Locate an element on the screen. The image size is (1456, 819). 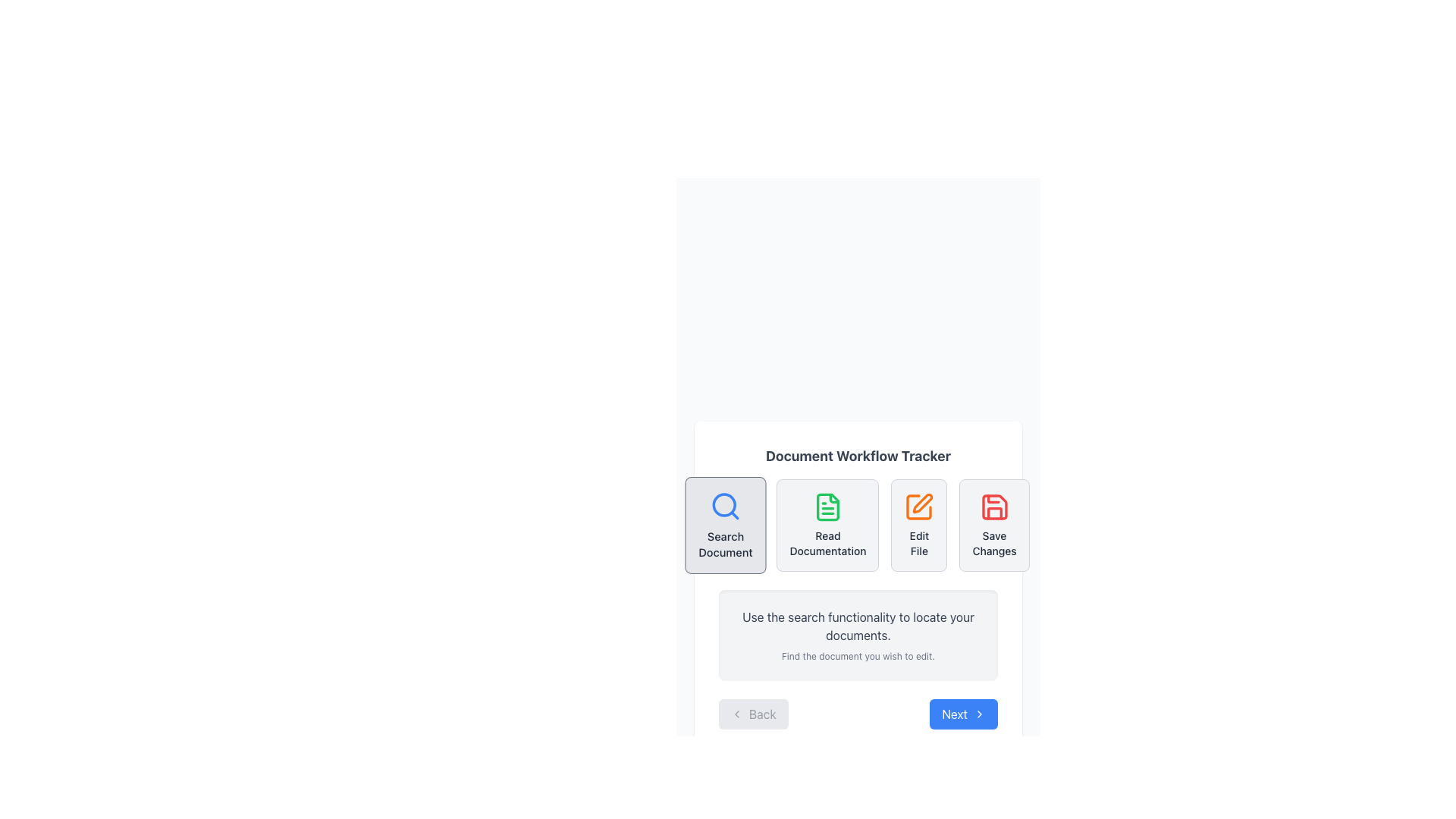
the small right arrow icon within the blue 'Next' button located at the bottom right of the interface is located at coordinates (979, 714).